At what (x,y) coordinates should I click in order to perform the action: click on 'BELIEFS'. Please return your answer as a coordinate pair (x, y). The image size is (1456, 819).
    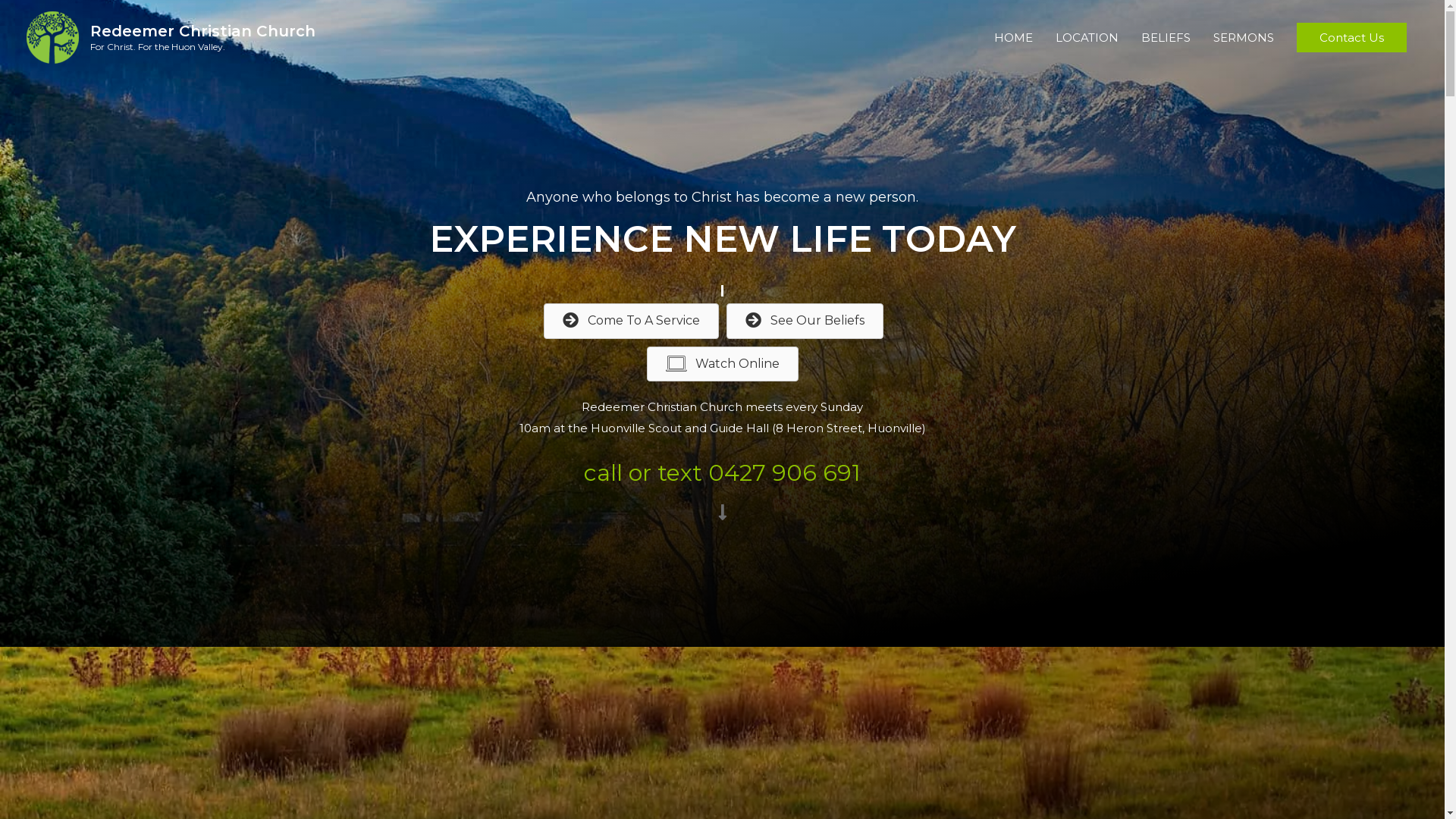
    Looking at the image, I should click on (1129, 37).